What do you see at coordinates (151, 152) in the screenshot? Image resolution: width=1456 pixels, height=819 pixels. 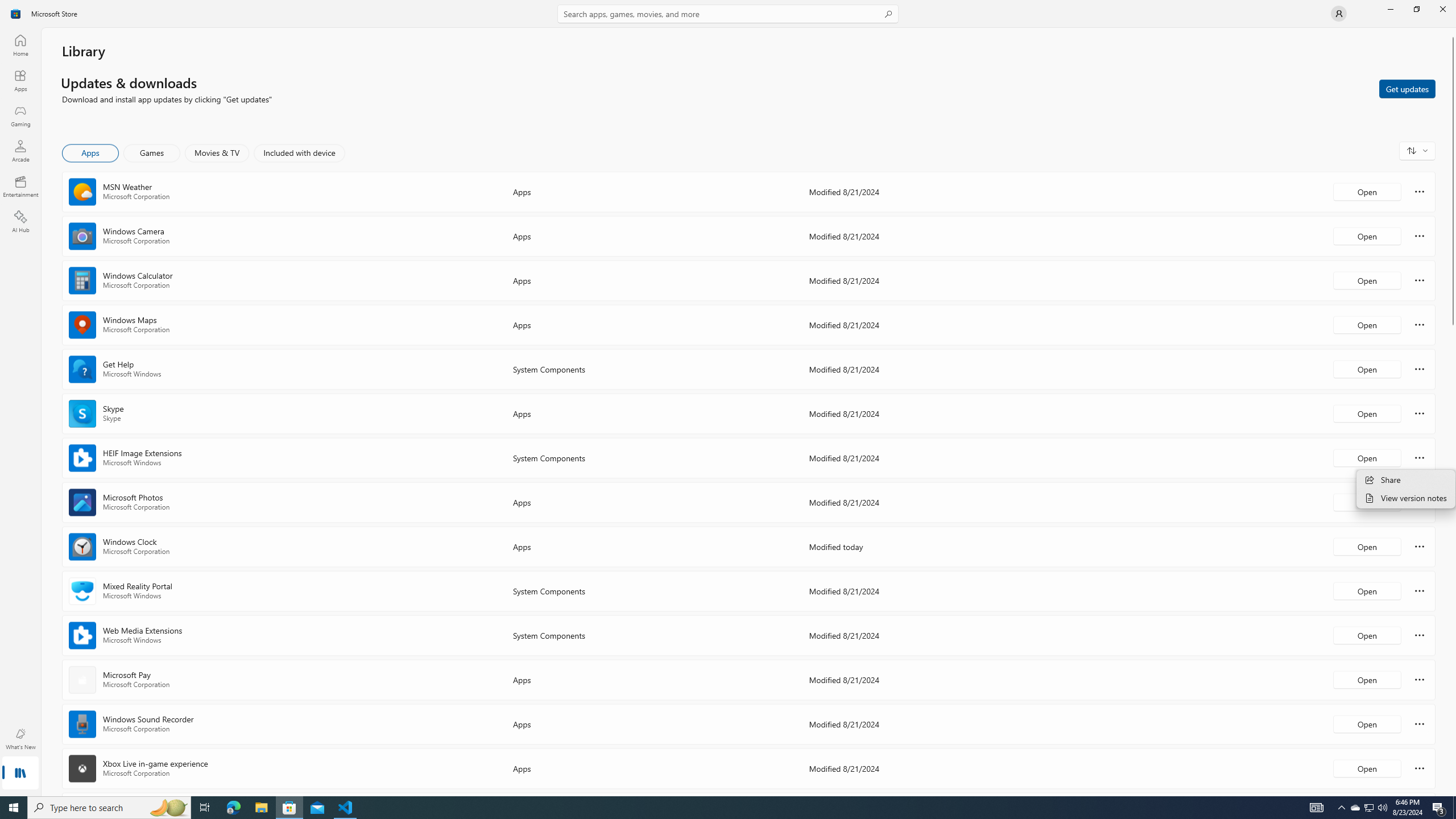 I see `'Games'` at bounding box center [151, 152].